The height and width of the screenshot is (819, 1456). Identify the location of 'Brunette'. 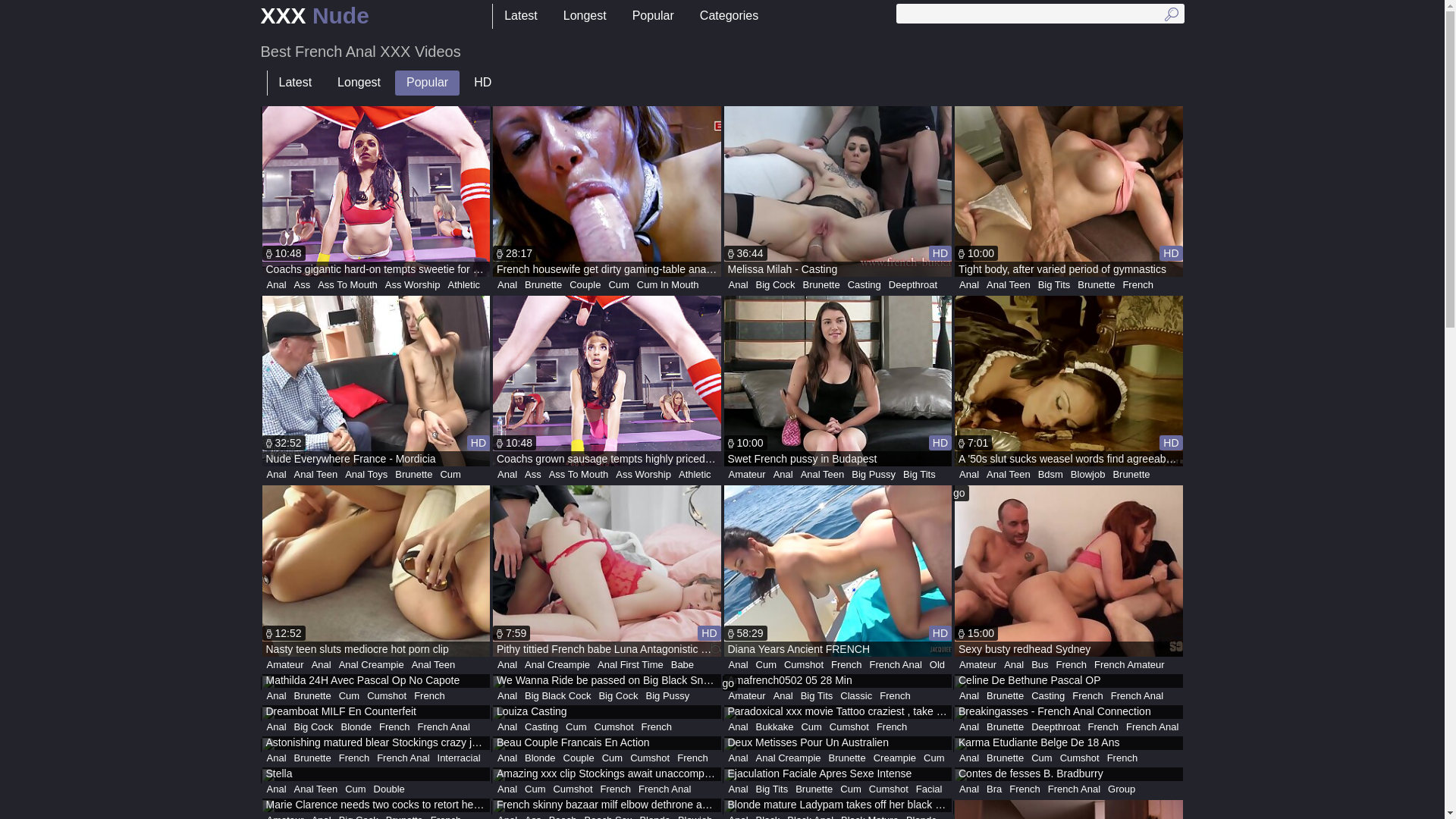
(543, 284).